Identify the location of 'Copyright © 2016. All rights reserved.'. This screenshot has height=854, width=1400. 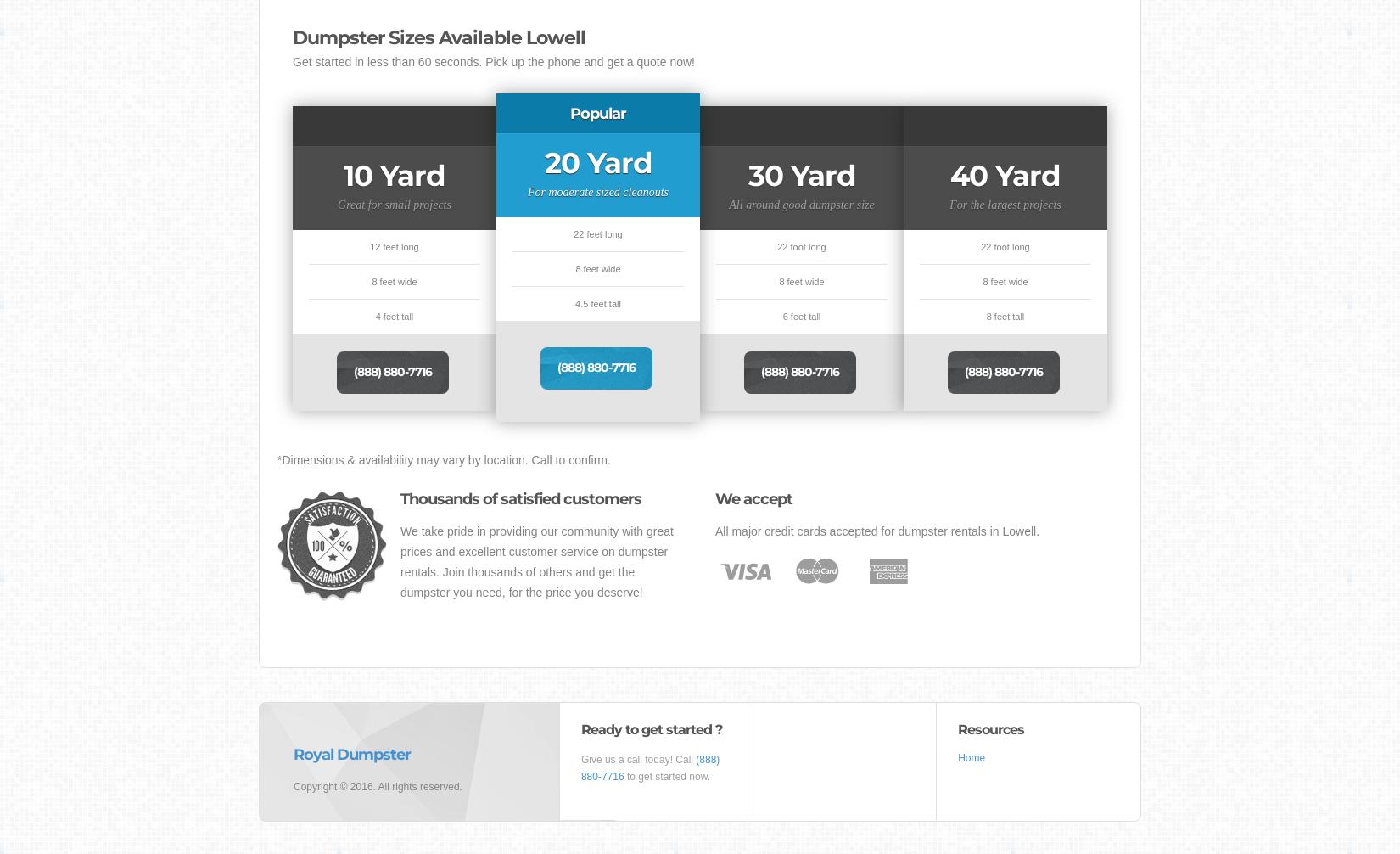
(377, 786).